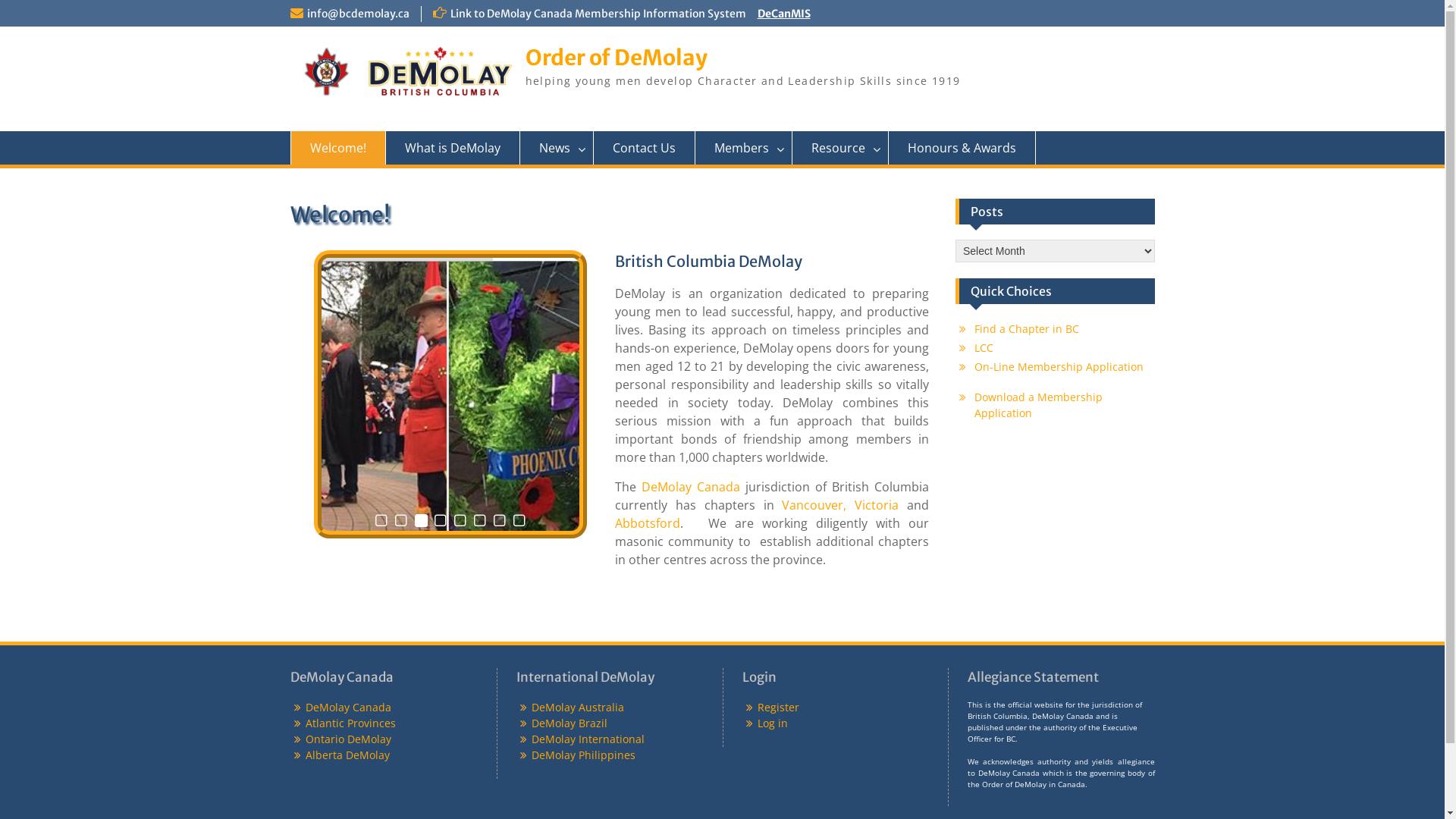 This screenshot has height=819, width=1456. What do you see at coordinates (577, 707) in the screenshot?
I see `'DeMolay Australia'` at bounding box center [577, 707].